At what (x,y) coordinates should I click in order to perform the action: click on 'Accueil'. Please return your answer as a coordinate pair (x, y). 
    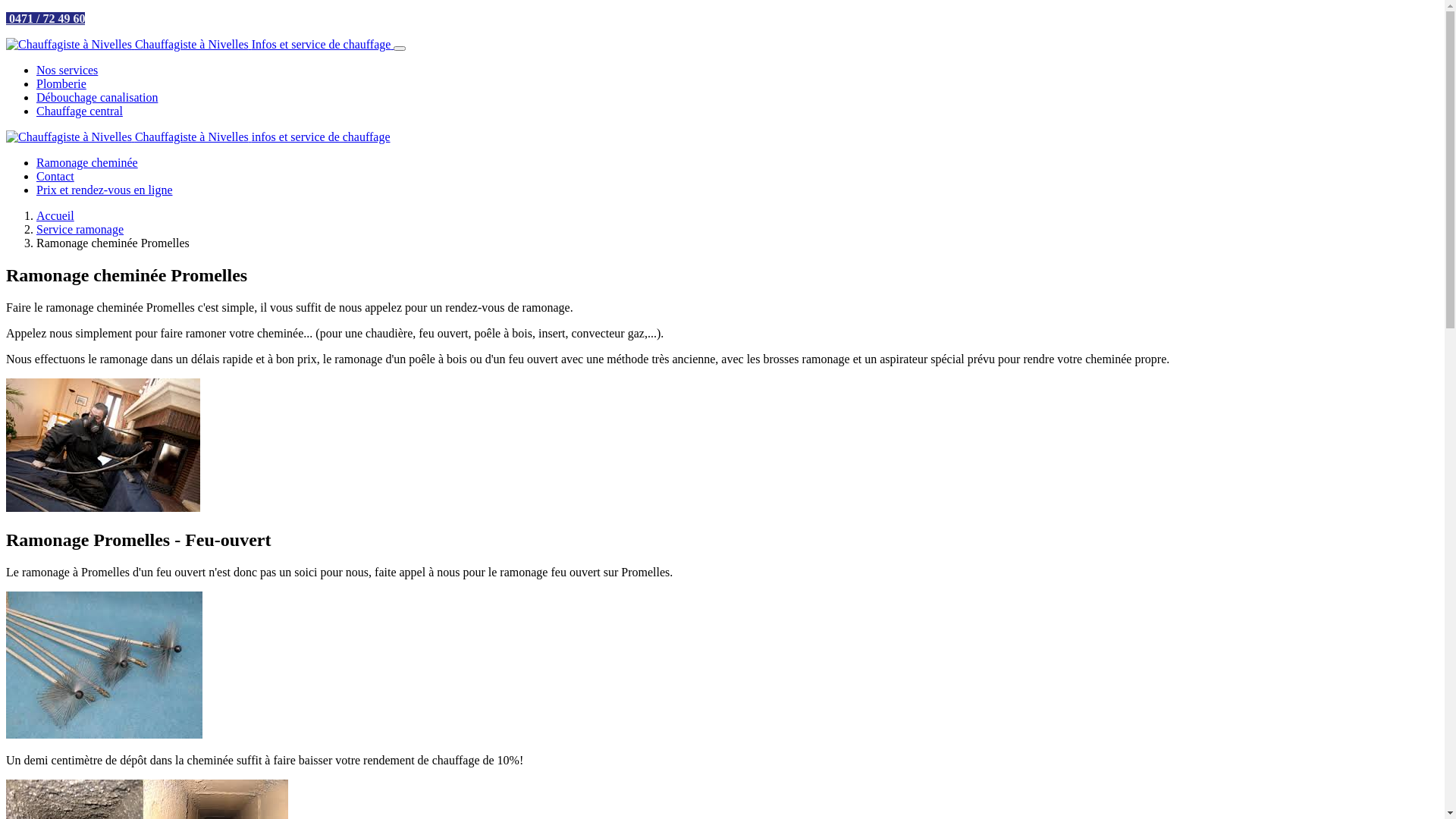
    Looking at the image, I should click on (55, 215).